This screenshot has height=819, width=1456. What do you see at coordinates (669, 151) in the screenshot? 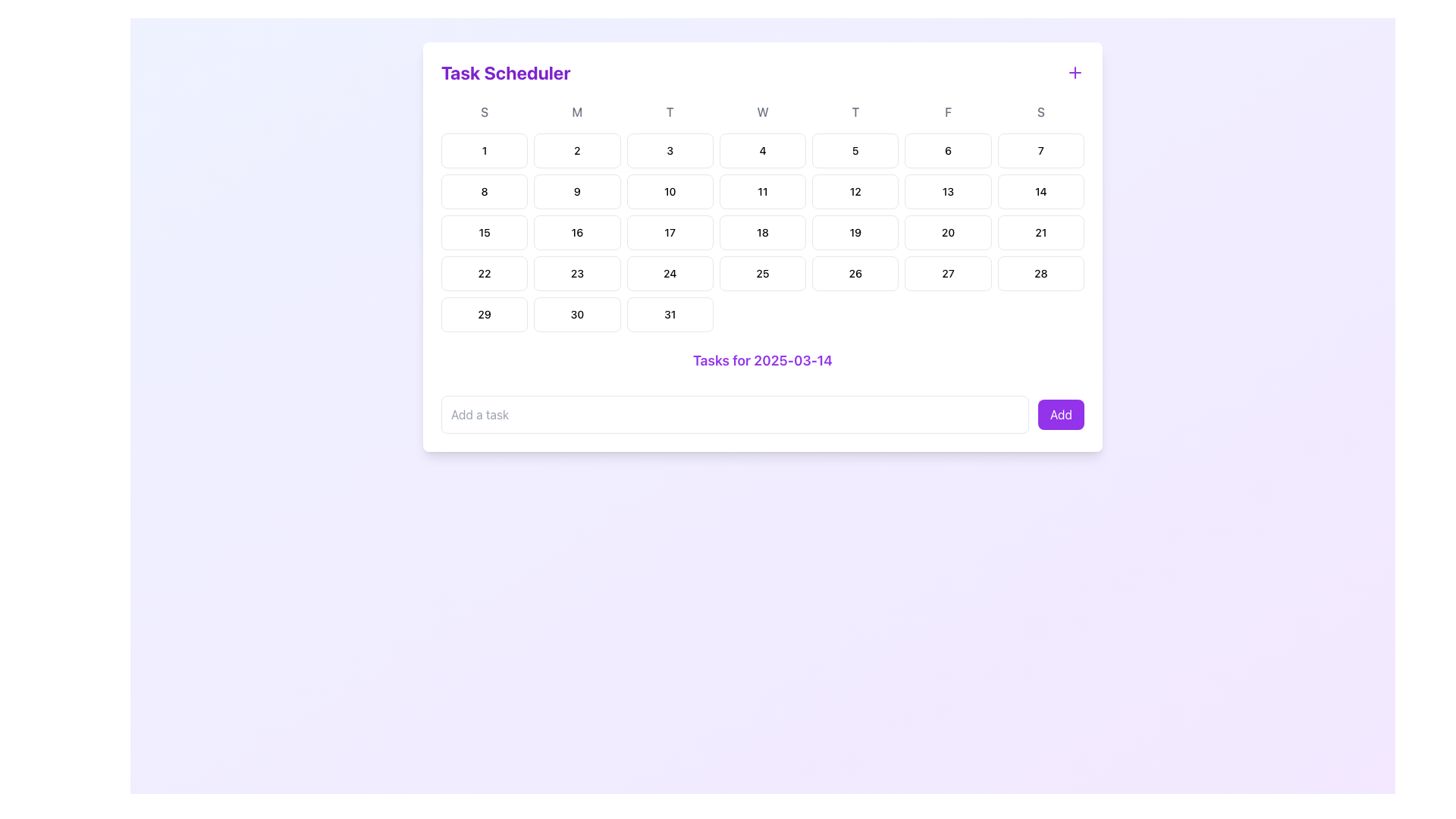
I see `the button labeled '3' which is a rectangular button with rounded corners and a white background` at bounding box center [669, 151].